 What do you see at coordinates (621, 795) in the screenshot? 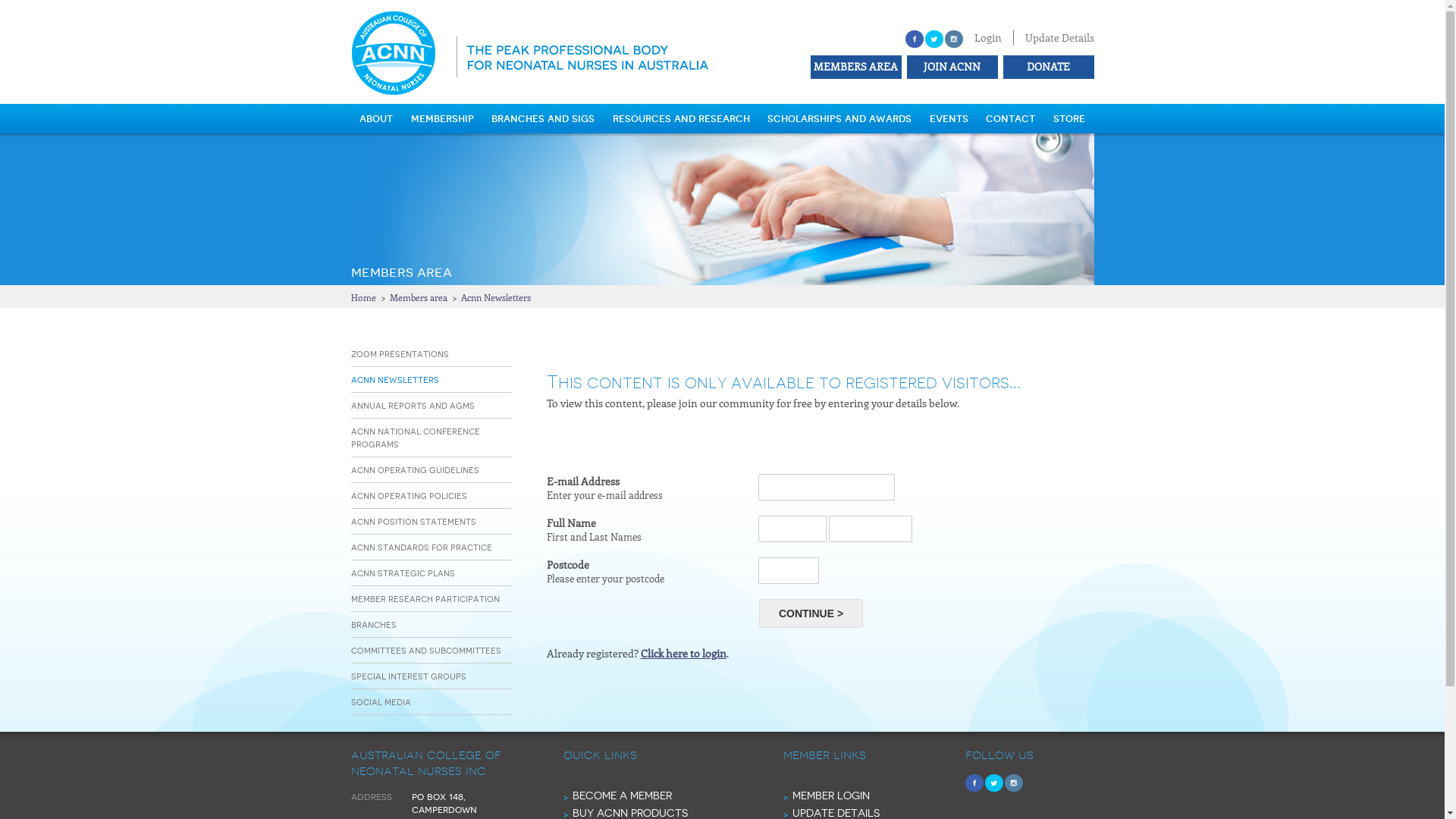
I see `'BECOME A MEMBER'` at bounding box center [621, 795].